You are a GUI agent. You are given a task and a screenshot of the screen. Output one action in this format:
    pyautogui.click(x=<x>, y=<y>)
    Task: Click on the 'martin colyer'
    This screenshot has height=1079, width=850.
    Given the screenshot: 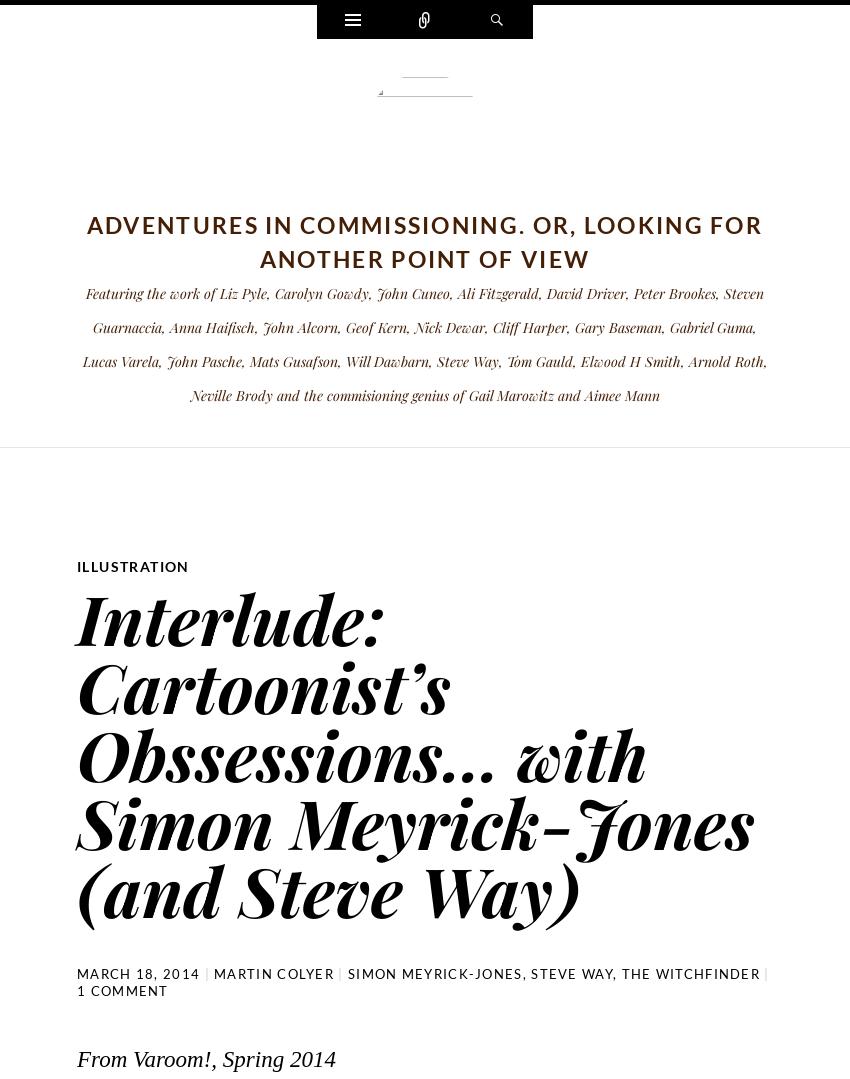 What is the action you would take?
    pyautogui.click(x=273, y=972)
    